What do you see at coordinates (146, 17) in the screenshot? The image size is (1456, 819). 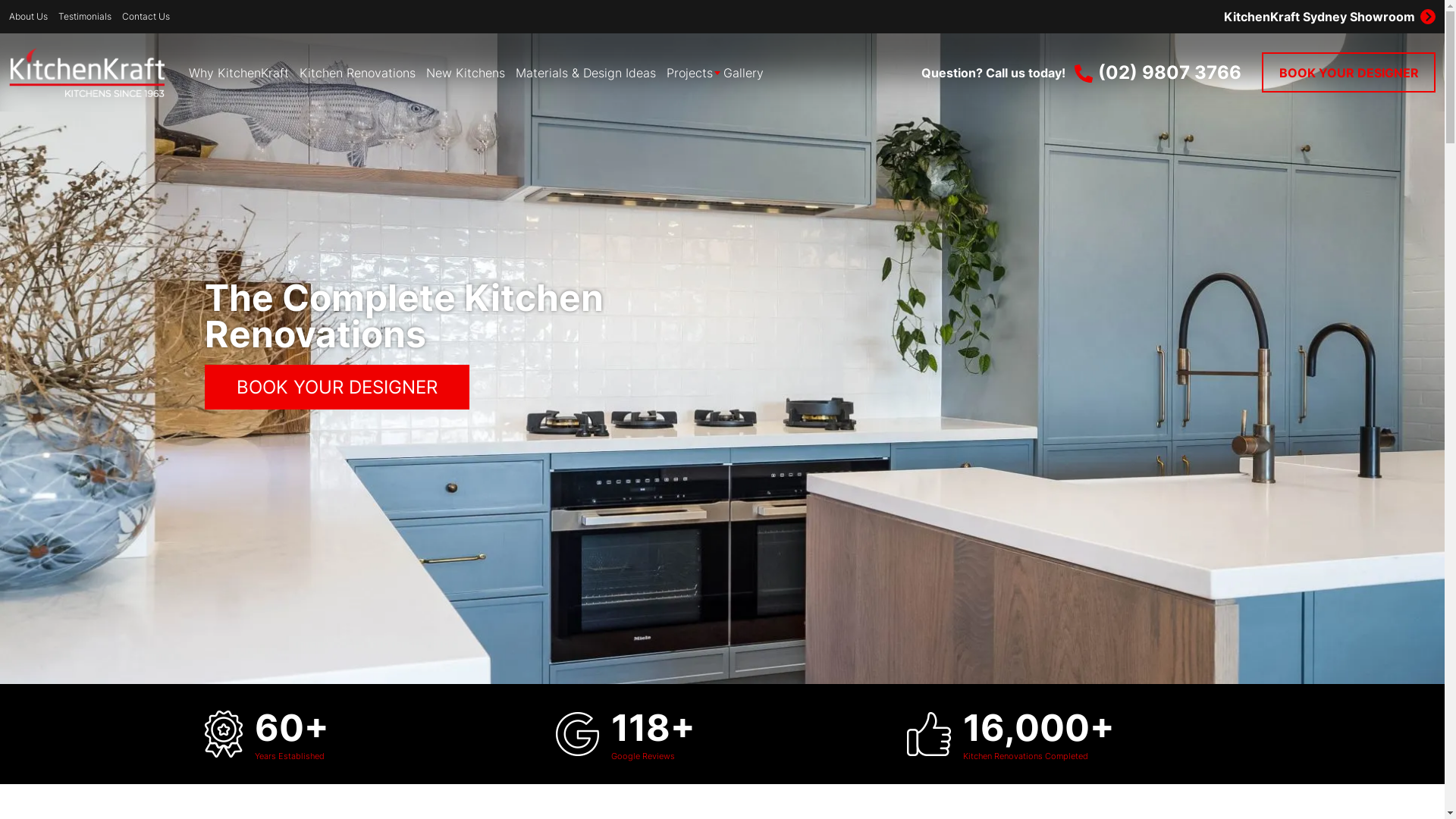 I see `'Contact Us'` at bounding box center [146, 17].